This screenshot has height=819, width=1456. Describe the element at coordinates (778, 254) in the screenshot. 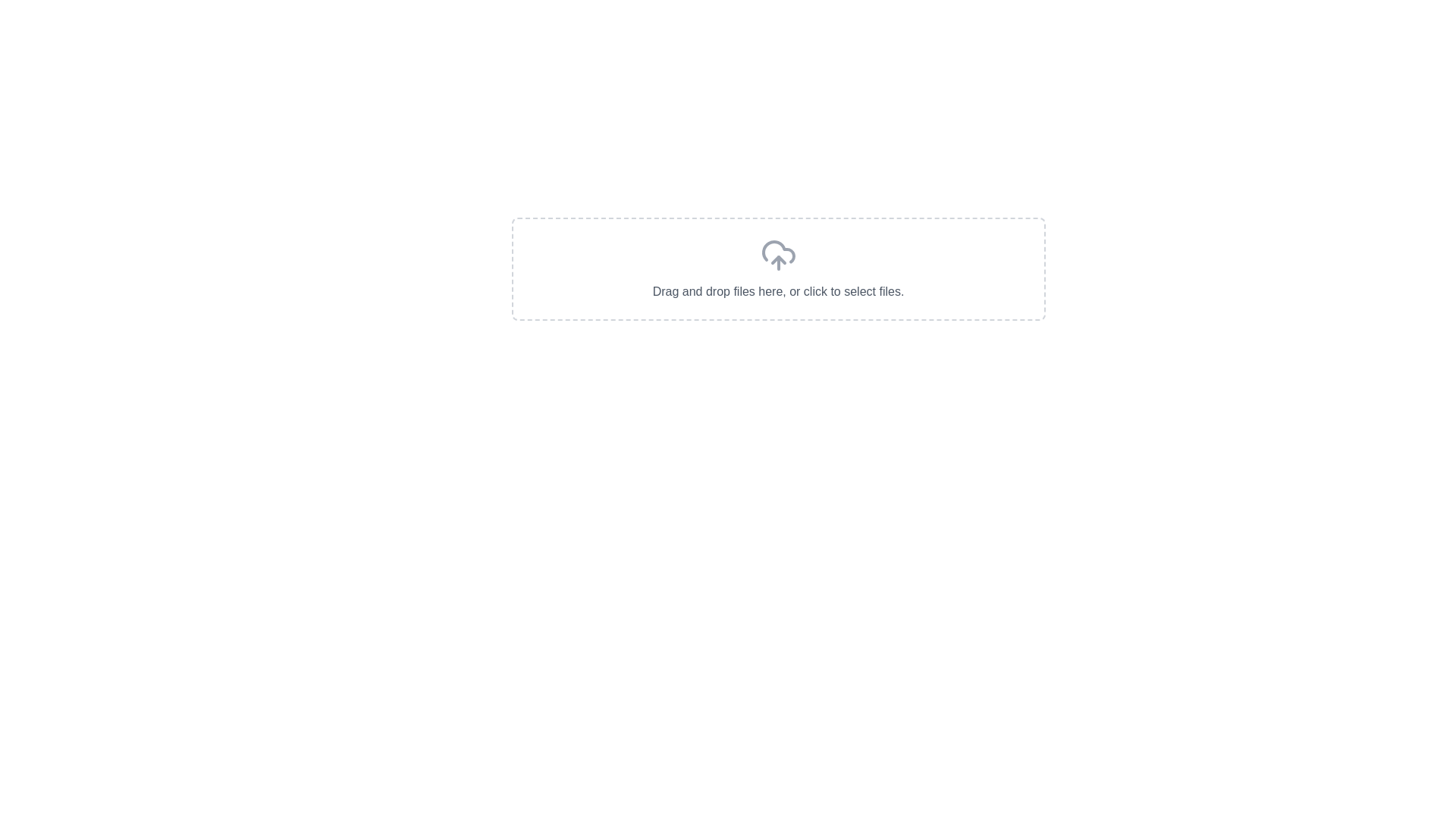

I see `the cloud icon with an upward arrow inside it, which is styled in gray color and located centrally above the text 'Drag and drop files here, or click to select files.'` at that location.